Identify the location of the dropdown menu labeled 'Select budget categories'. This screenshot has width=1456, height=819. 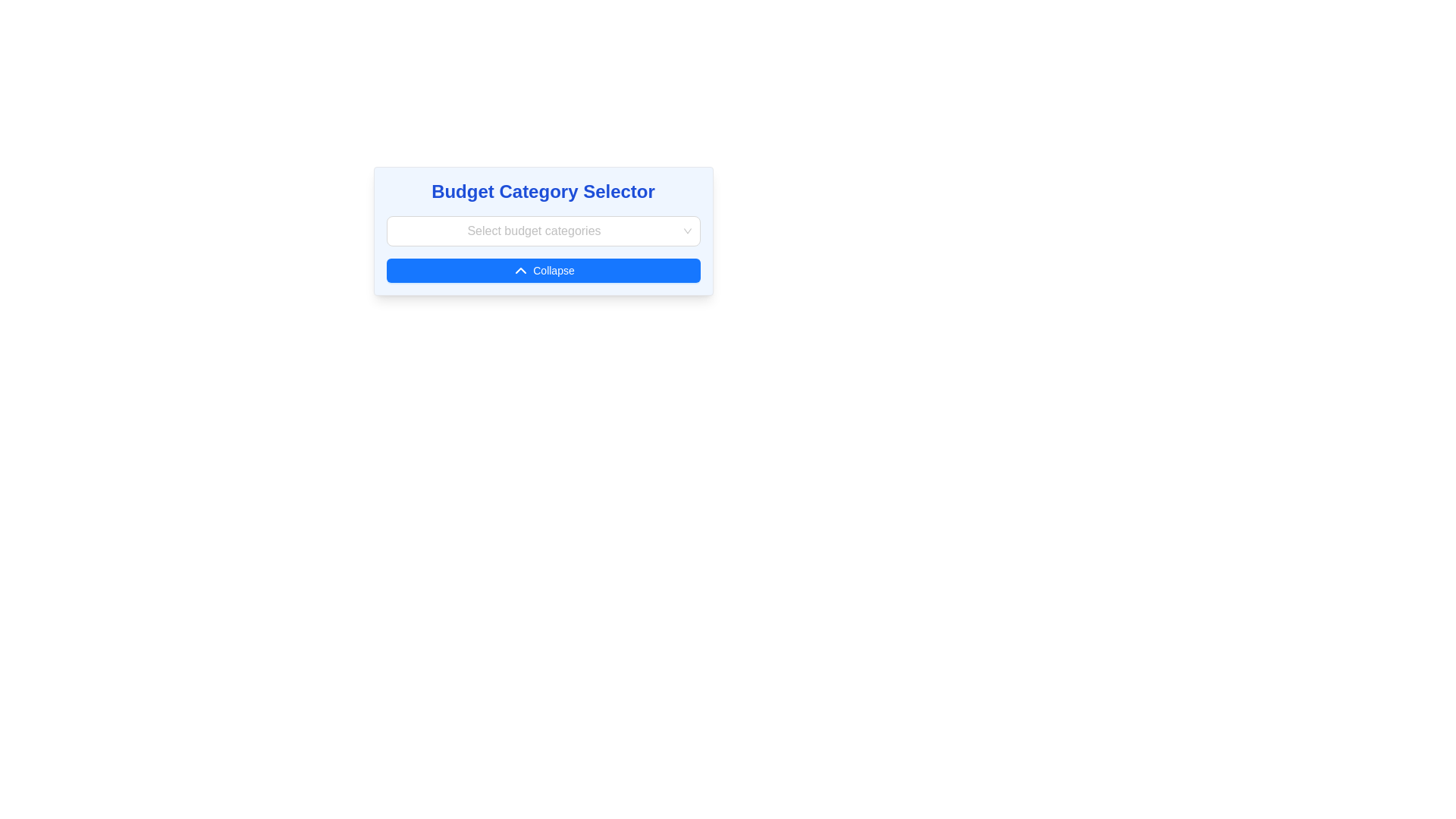
(543, 231).